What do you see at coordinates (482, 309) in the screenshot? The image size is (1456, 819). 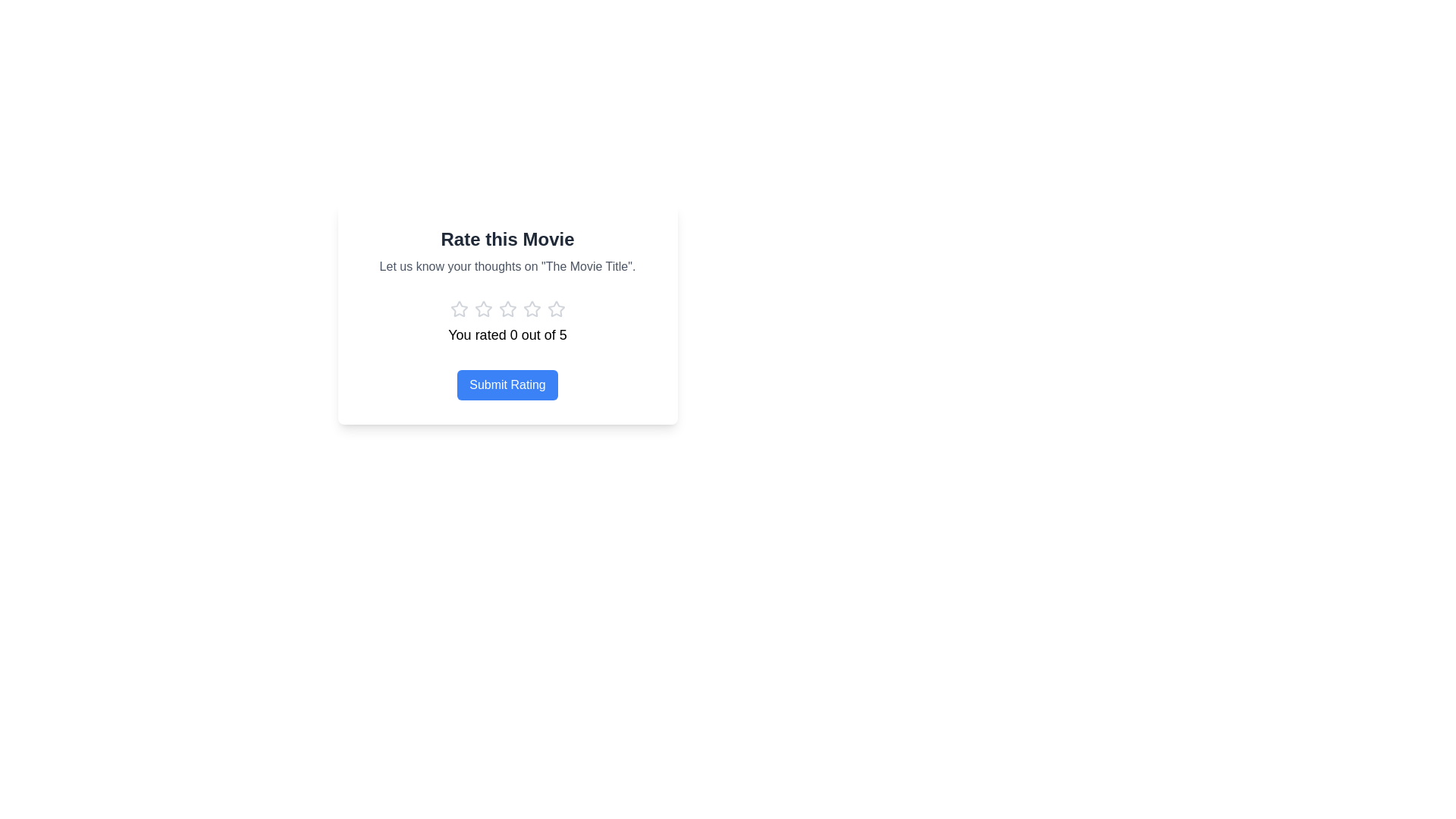 I see `the second star-shaped rating icon, which is gray and part of a row of five stars used for rating a movie` at bounding box center [482, 309].